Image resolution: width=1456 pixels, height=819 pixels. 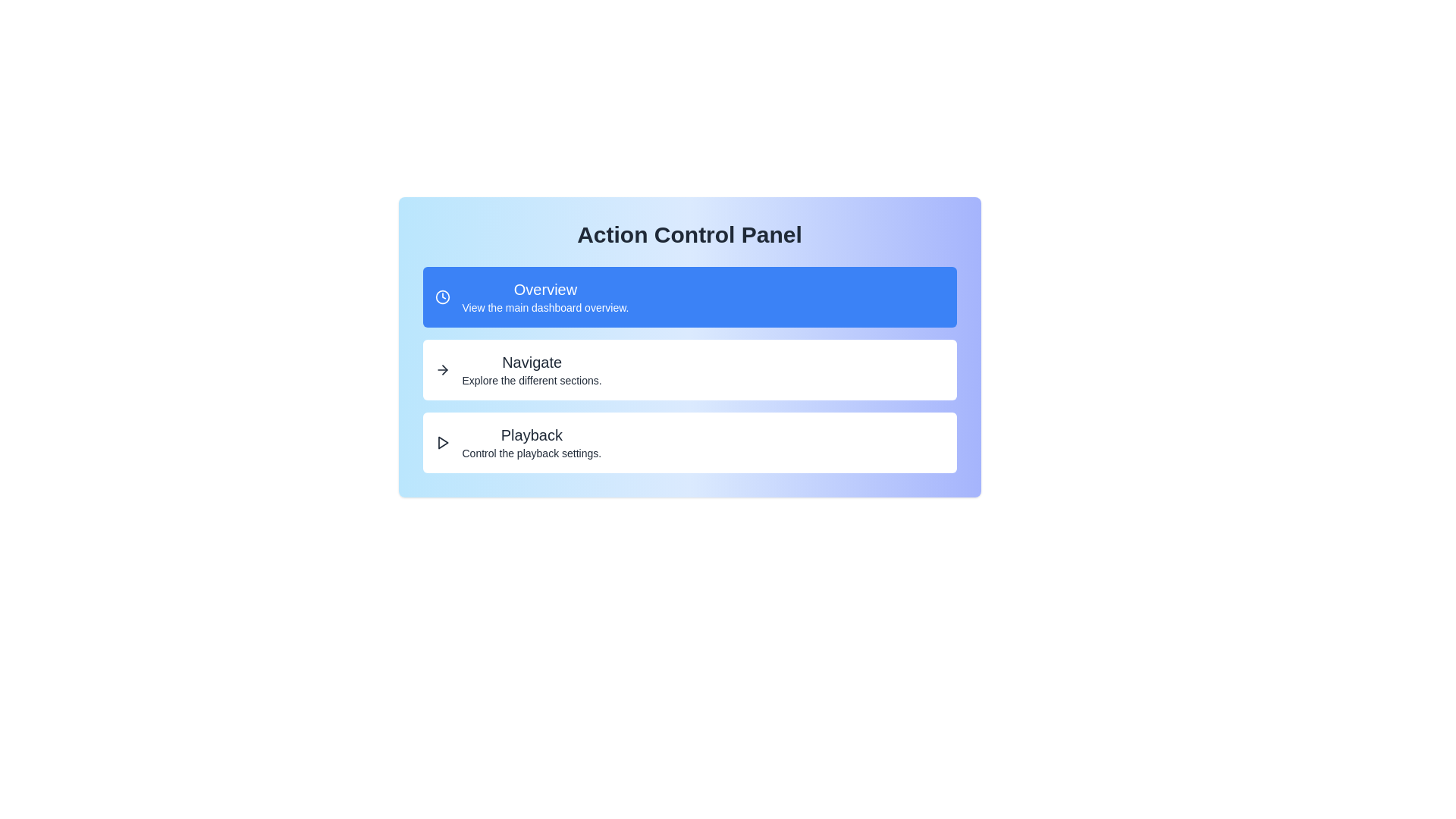 What do you see at coordinates (441, 442) in the screenshot?
I see `the triangular play-shaped icon with a thin border next to the text 'Playback' in the third section of the interface` at bounding box center [441, 442].